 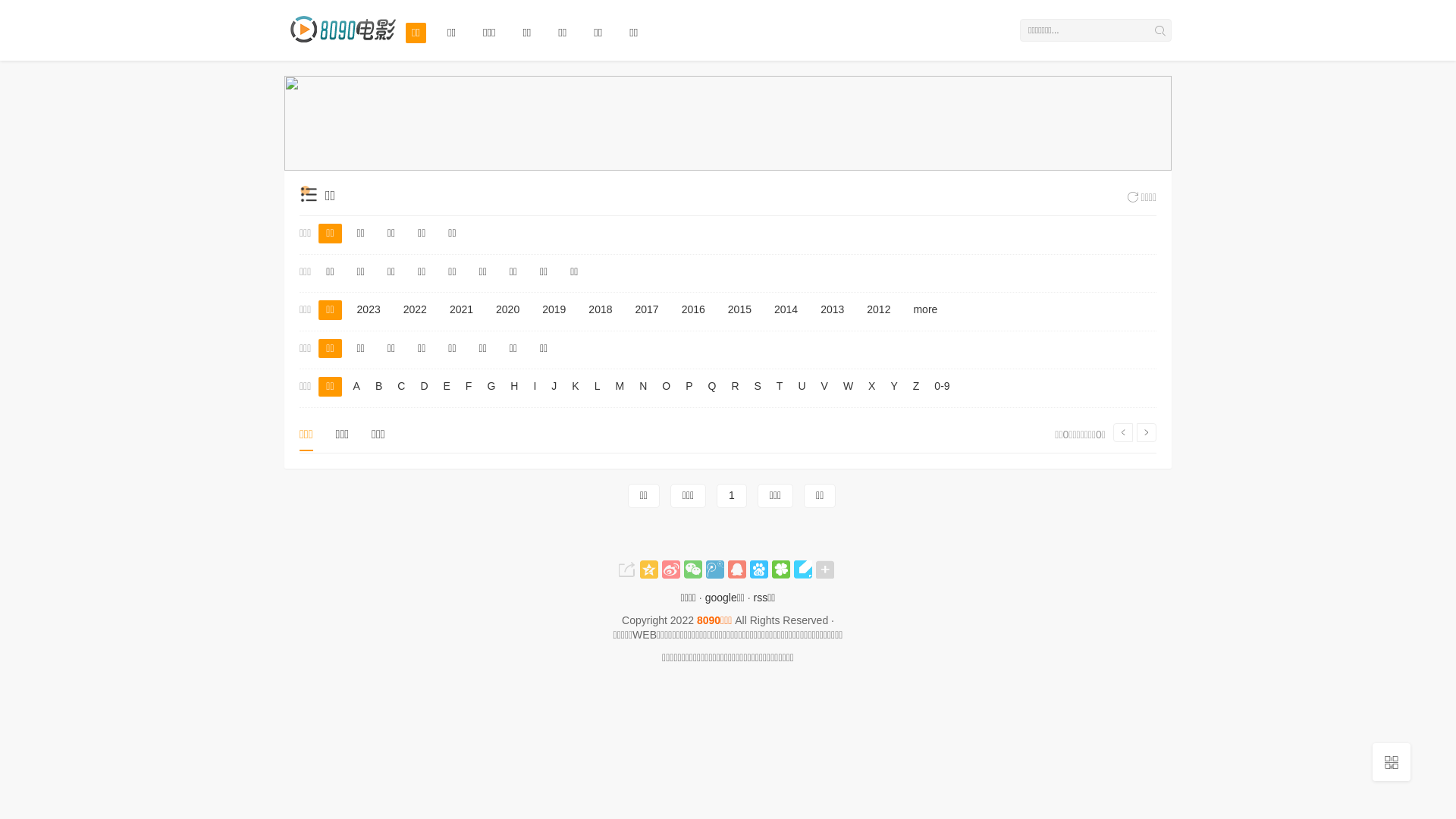 I want to click on 'U', so click(x=800, y=385).